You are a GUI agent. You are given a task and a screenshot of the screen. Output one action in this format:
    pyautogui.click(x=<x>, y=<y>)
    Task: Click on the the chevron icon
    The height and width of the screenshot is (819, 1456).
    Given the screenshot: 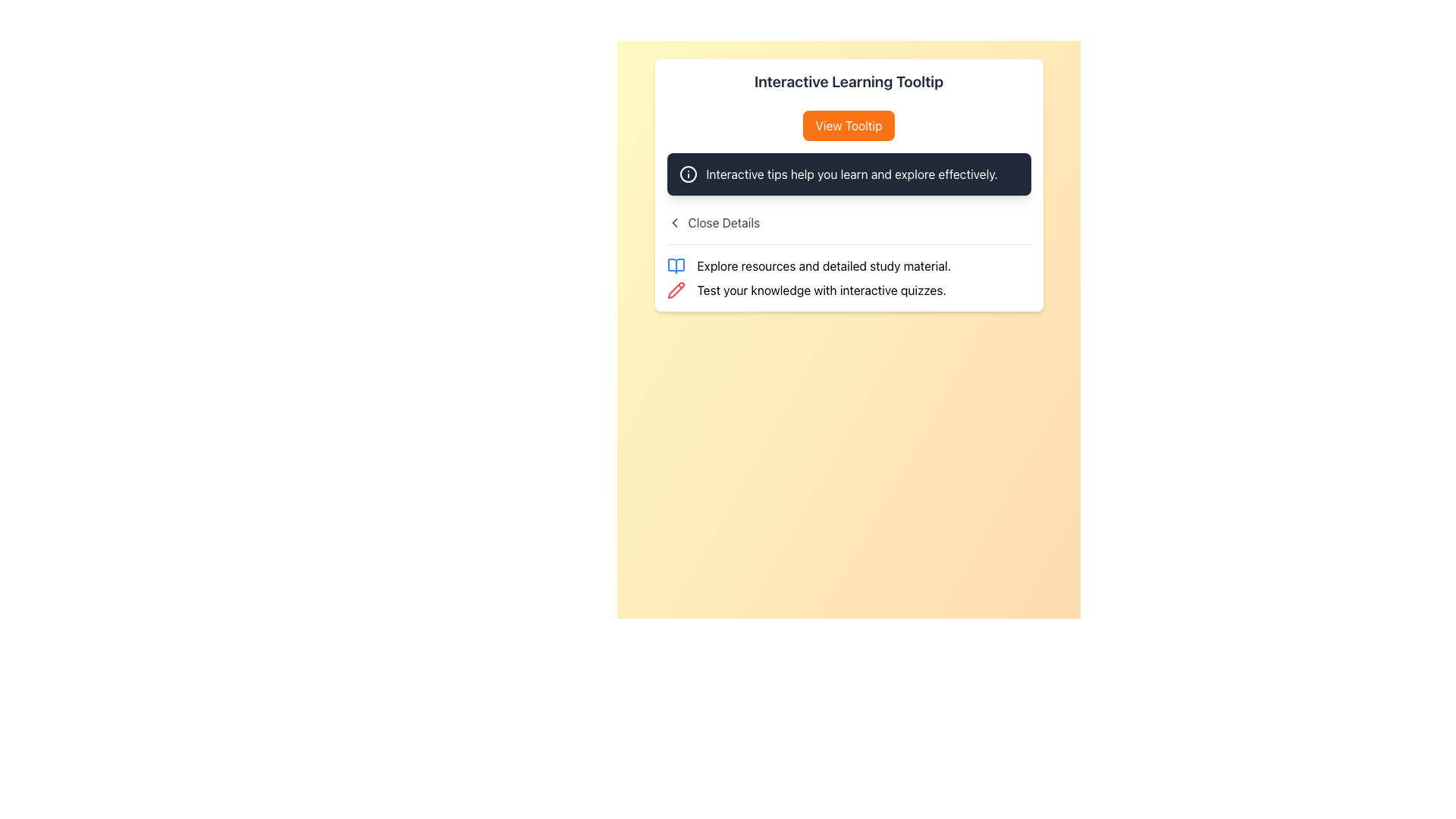 What is the action you would take?
    pyautogui.click(x=673, y=222)
    